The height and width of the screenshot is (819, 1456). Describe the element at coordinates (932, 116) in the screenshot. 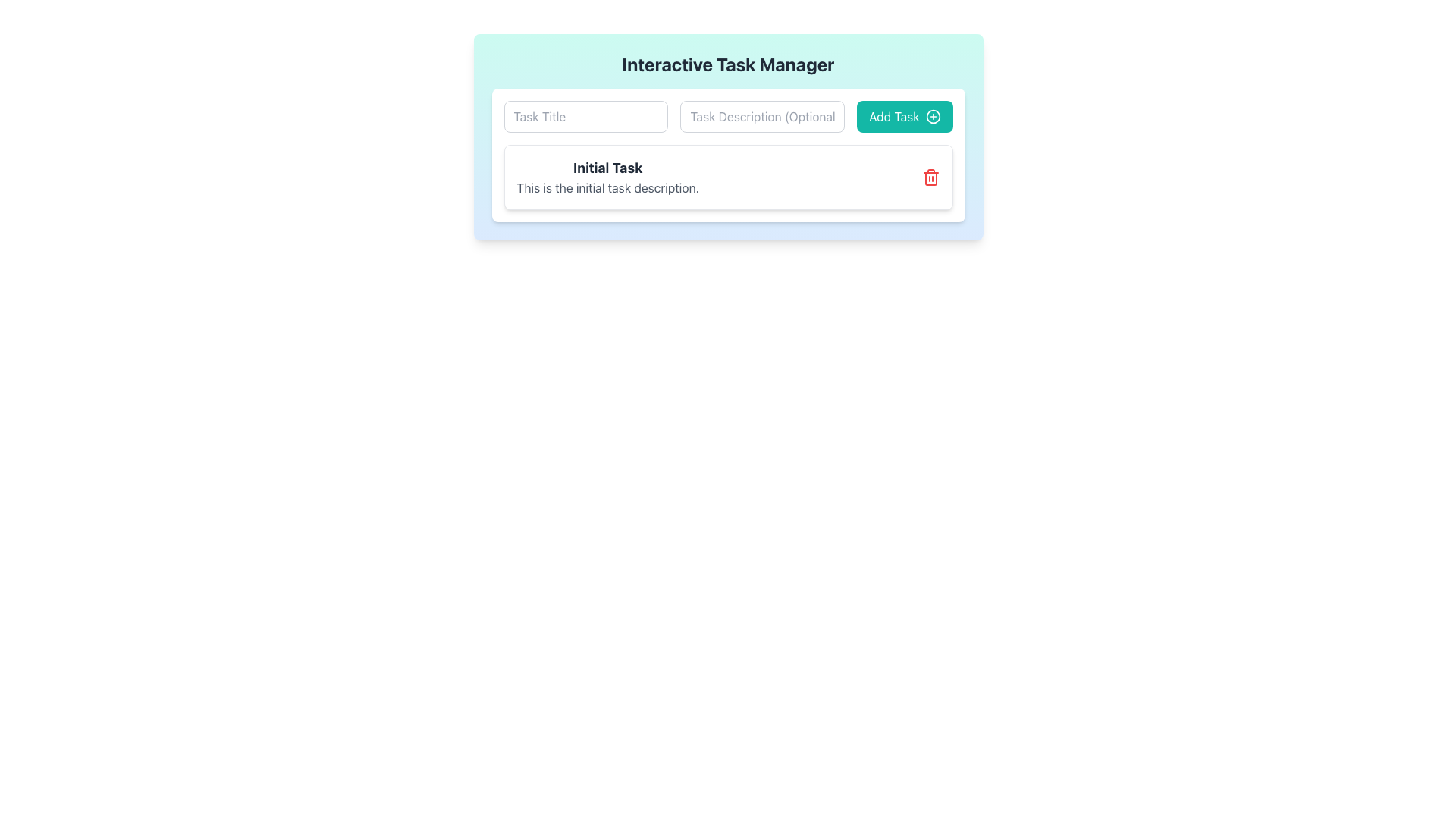

I see `the circular vector graphic within the SVG icon that indicates the 'Add Task' functionality, located at the top-right section of the interface` at that location.